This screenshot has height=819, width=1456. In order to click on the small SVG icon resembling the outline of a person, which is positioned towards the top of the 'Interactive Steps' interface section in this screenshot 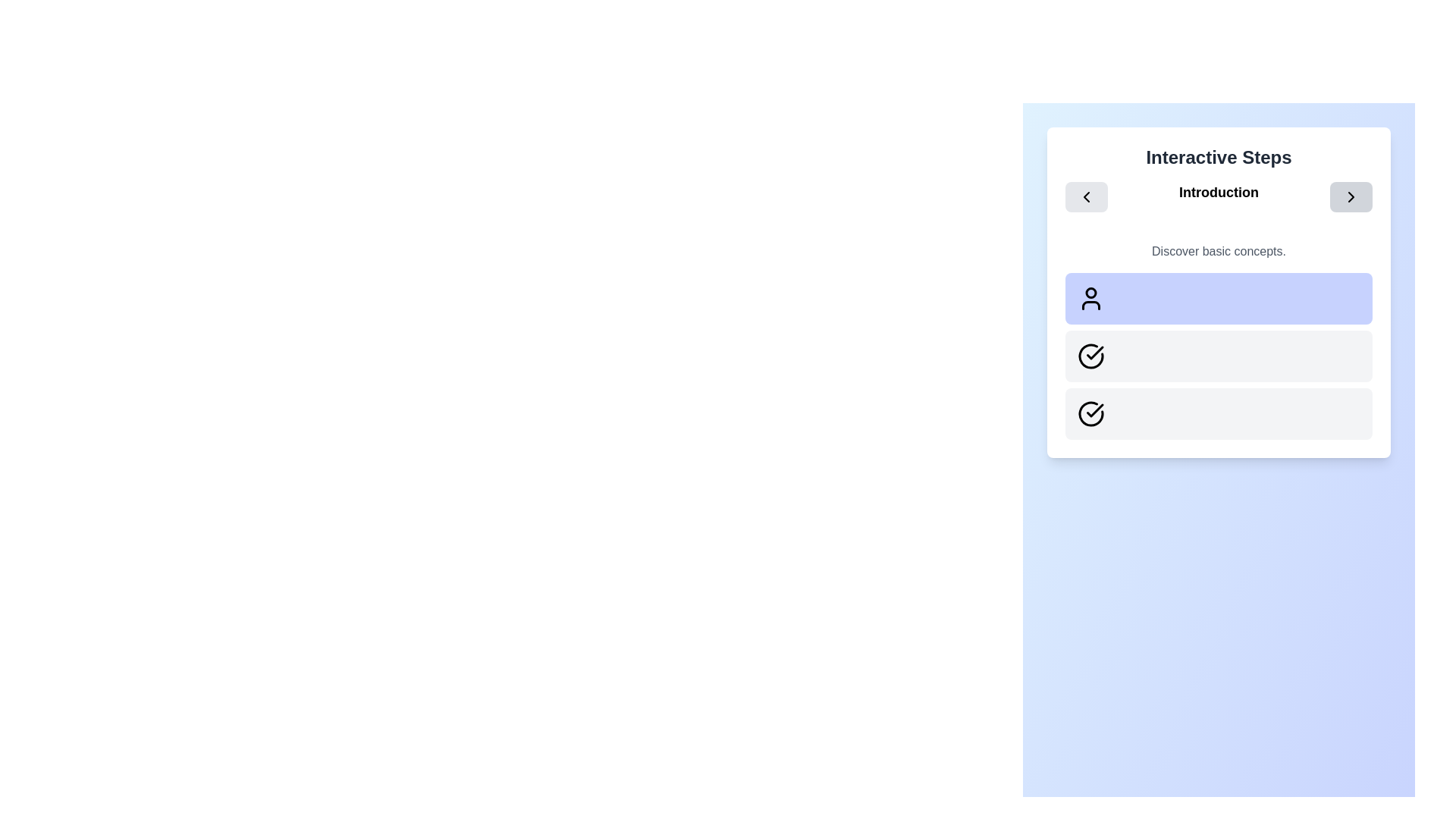, I will do `click(1090, 298)`.